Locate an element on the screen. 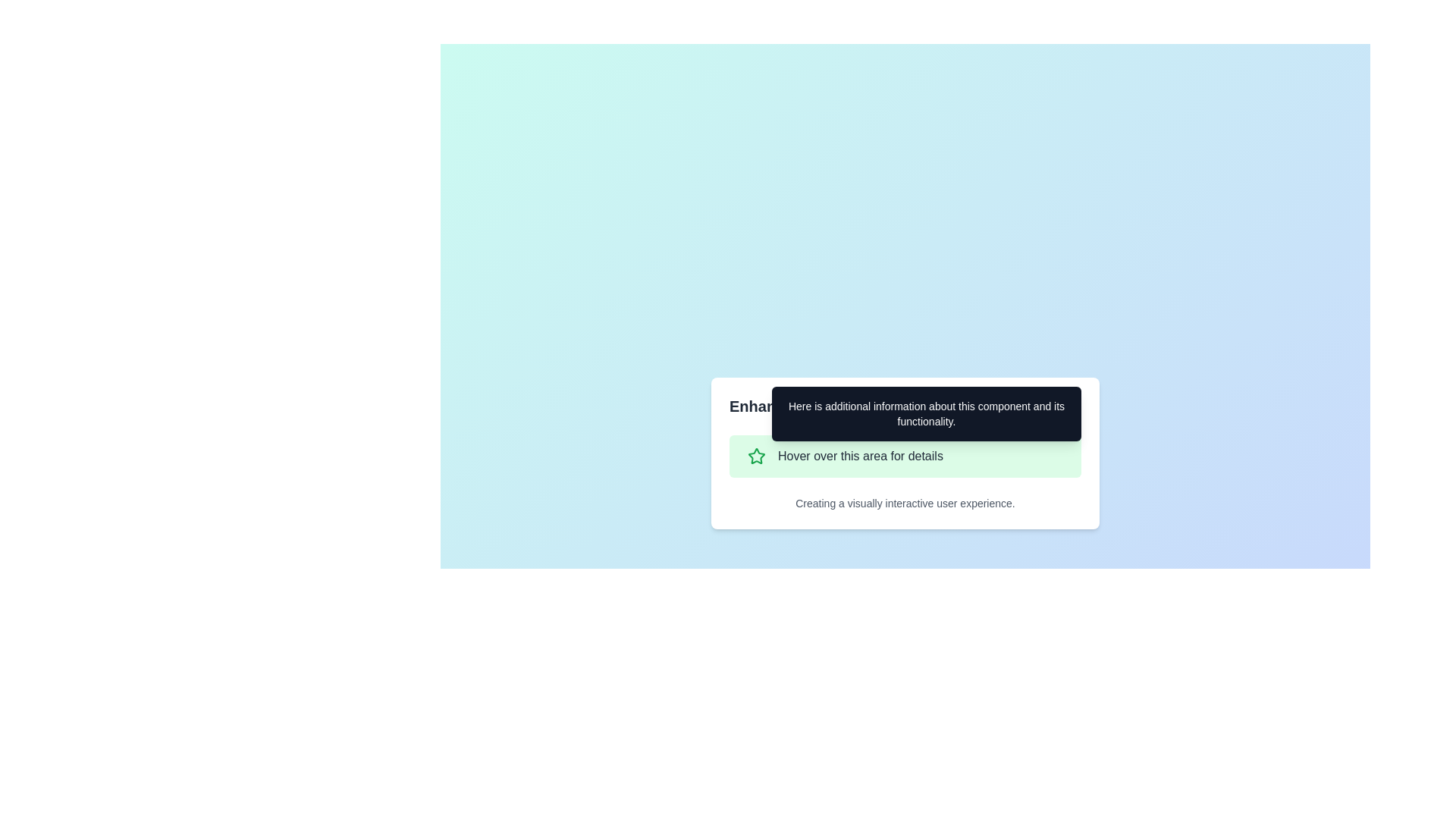  the star-shaped icon with a green outline located at the center-bottom area of the main interface, which is part of an informational card component is located at coordinates (757, 455).